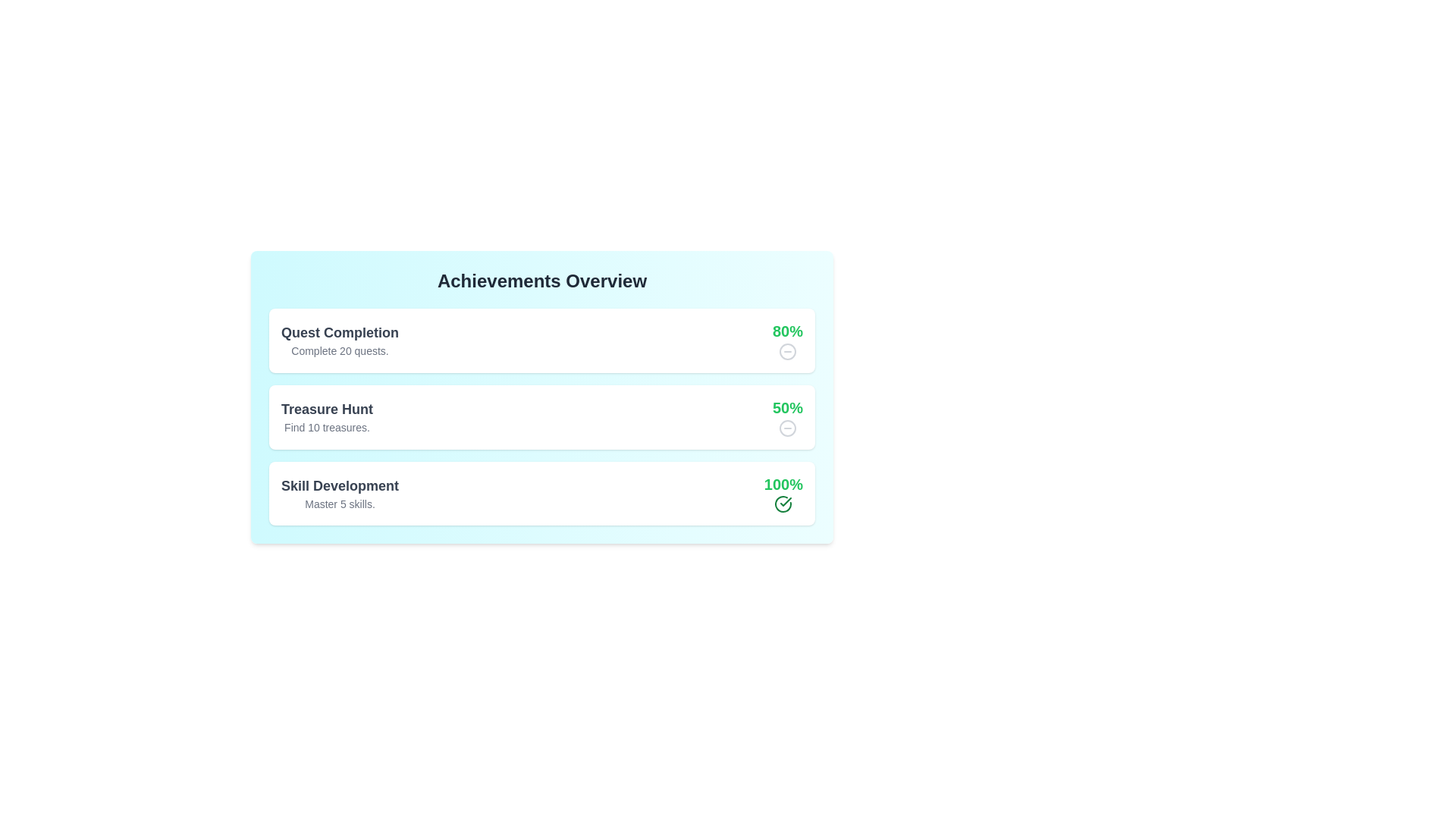  I want to click on the static text label located beneath the 'Treasure Hunt' heading, which specifies the objective of finding 10 treasures, so click(326, 428).